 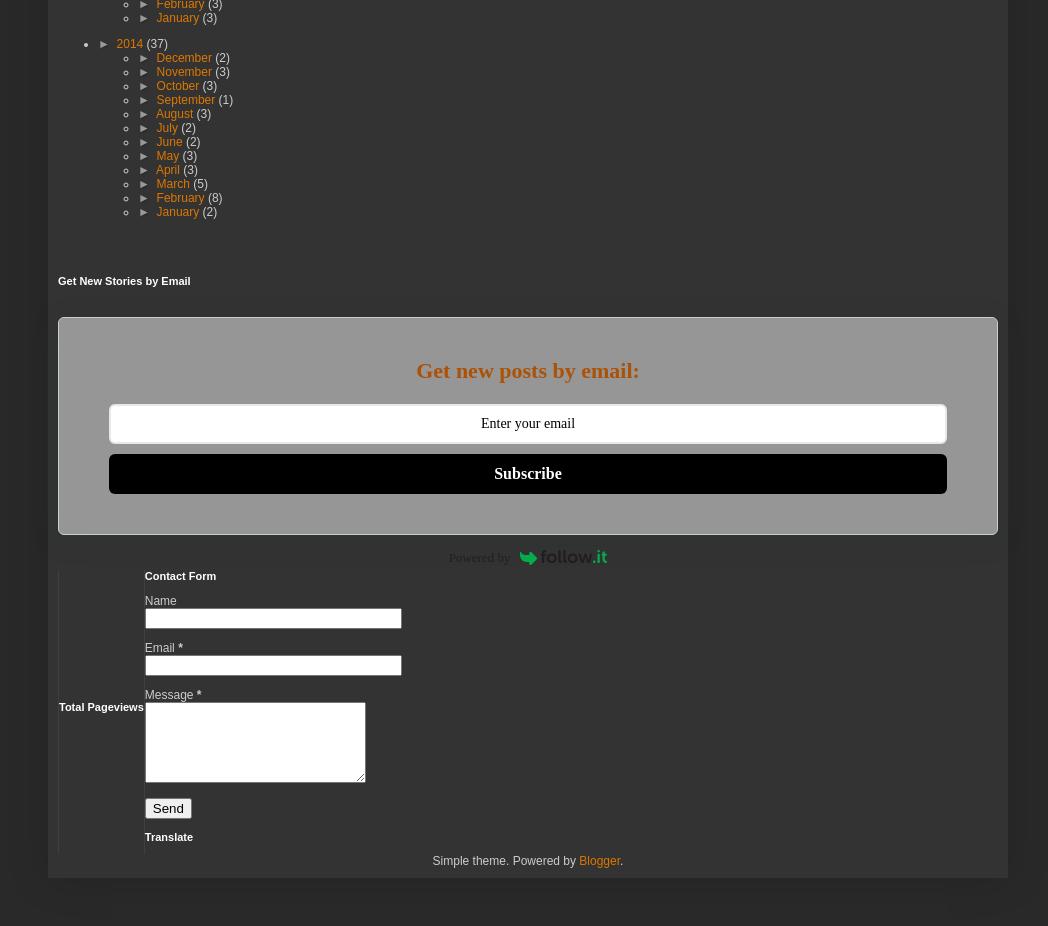 What do you see at coordinates (447, 556) in the screenshot?
I see `'Powered by'` at bounding box center [447, 556].